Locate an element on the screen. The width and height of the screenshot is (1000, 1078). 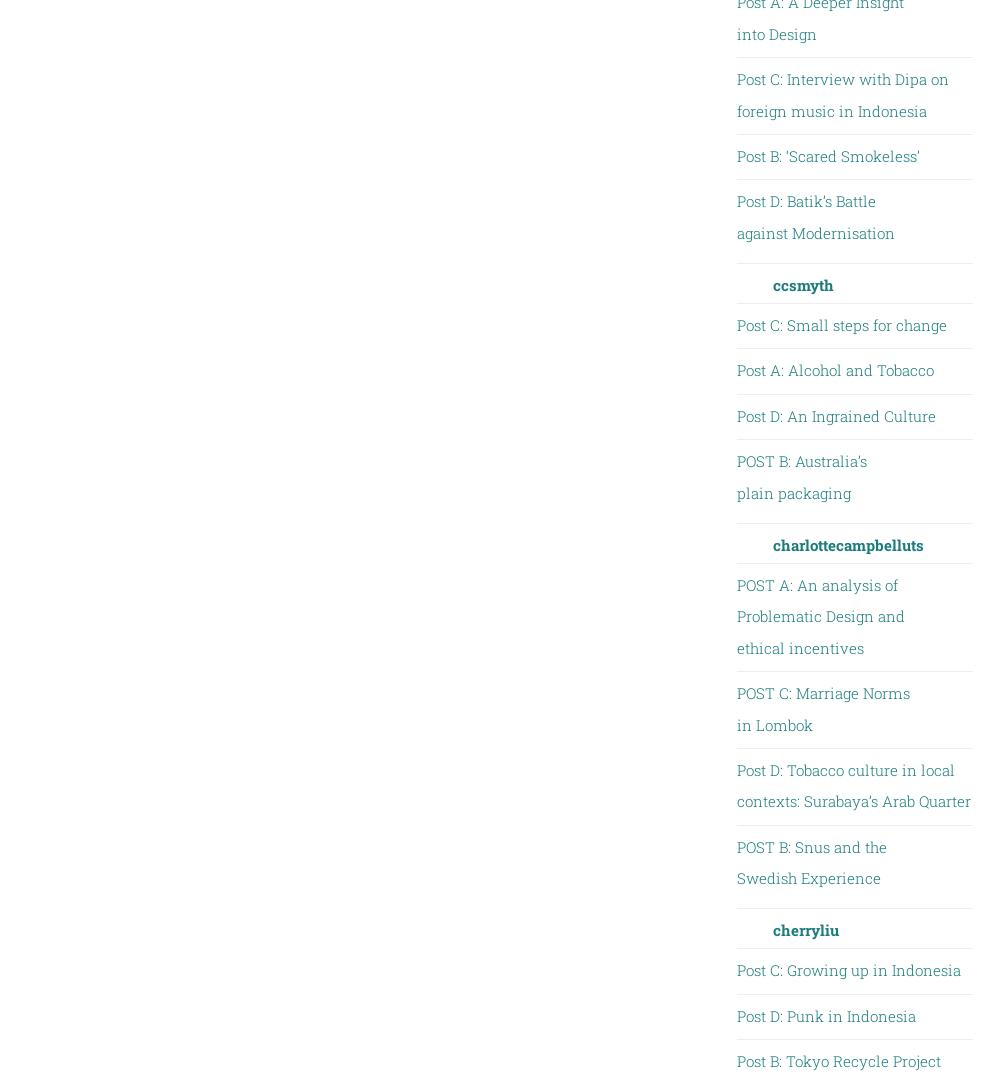
'Post B: ‘Scared Smokeless’' is located at coordinates (826, 154).